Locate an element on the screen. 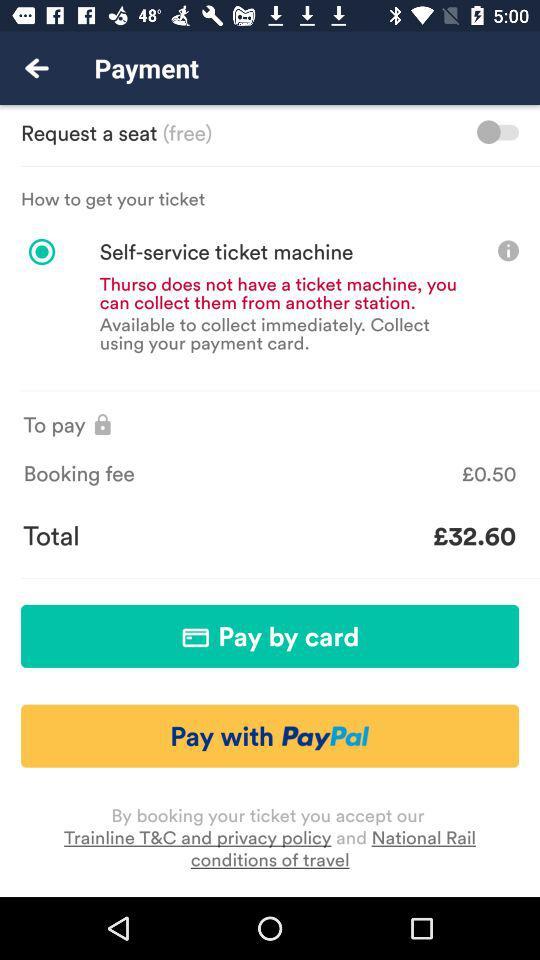 This screenshot has width=540, height=960. the self service ticket icon is located at coordinates (198, 251).